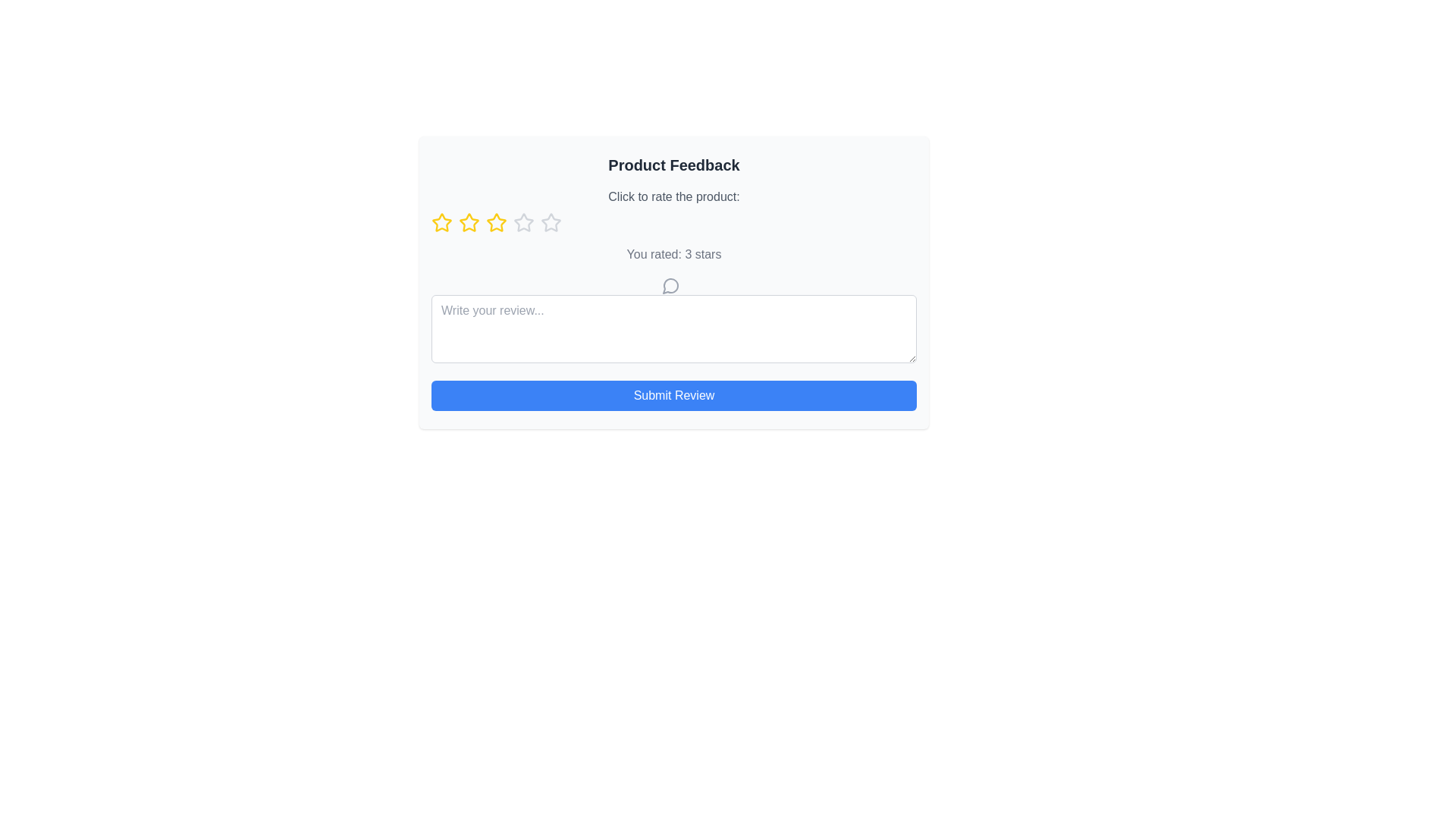  What do you see at coordinates (670, 284) in the screenshot?
I see `the decorative icon located to the left of the 'Write your review...' text input field and above the 'Submit Review' button in the feedback form` at bounding box center [670, 284].